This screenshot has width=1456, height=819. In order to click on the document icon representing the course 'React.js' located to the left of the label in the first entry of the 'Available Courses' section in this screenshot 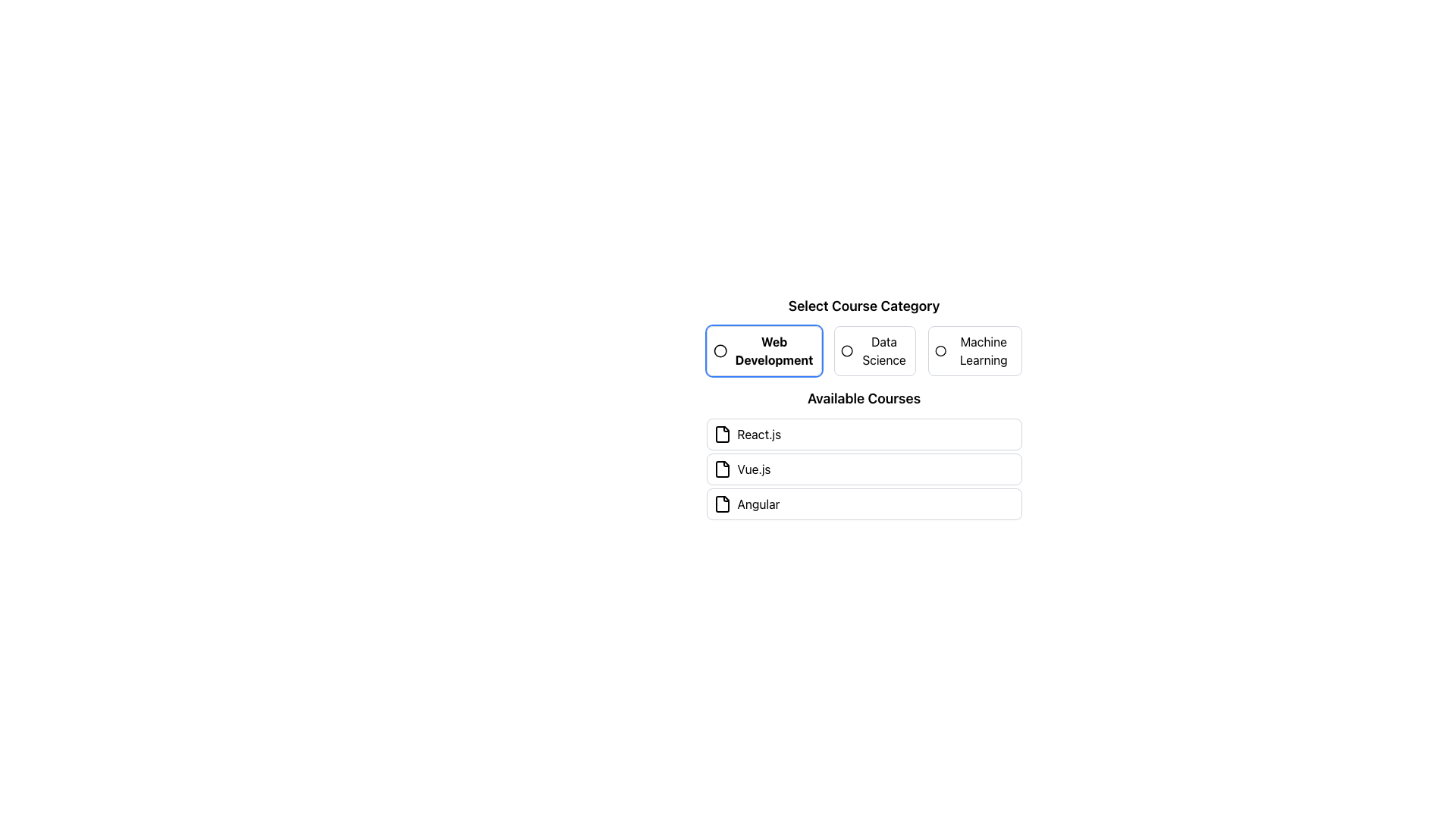, I will do `click(721, 435)`.